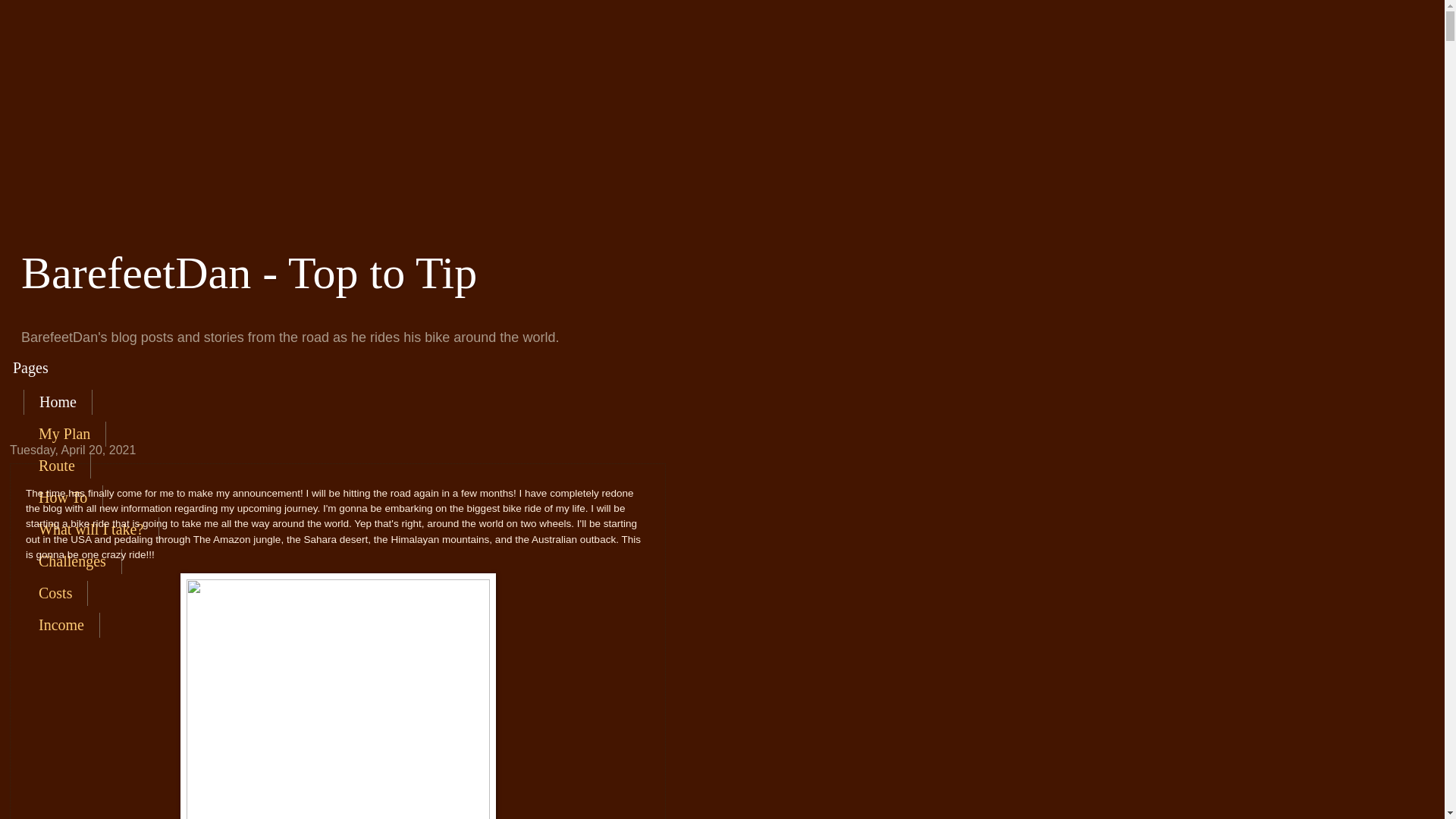 The height and width of the screenshot is (819, 1456). What do you see at coordinates (58, 401) in the screenshot?
I see `'Home'` at bounding box center [58, 401].